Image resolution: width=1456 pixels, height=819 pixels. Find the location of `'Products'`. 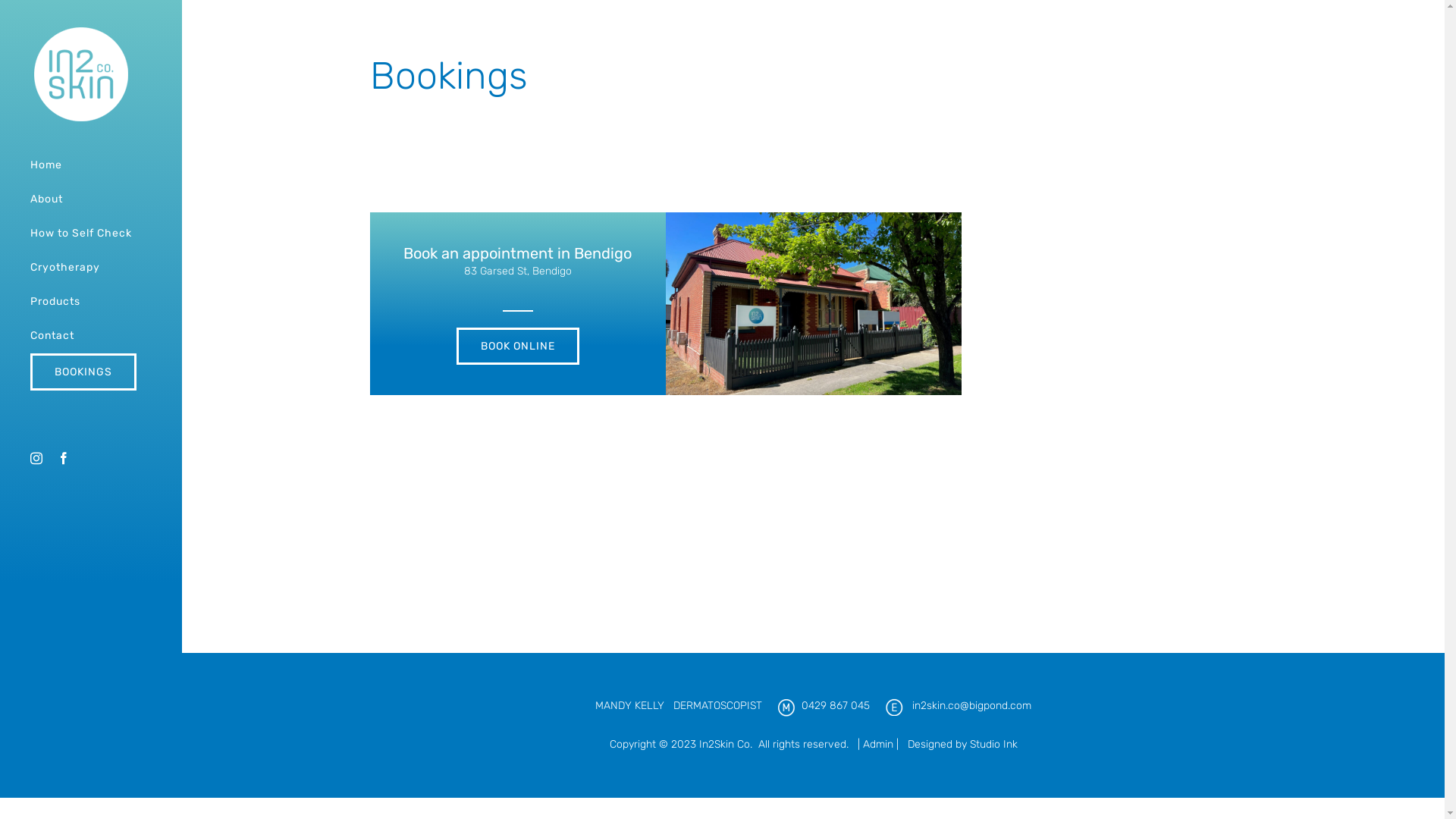

'Products' is located at coordinates (89, 302).